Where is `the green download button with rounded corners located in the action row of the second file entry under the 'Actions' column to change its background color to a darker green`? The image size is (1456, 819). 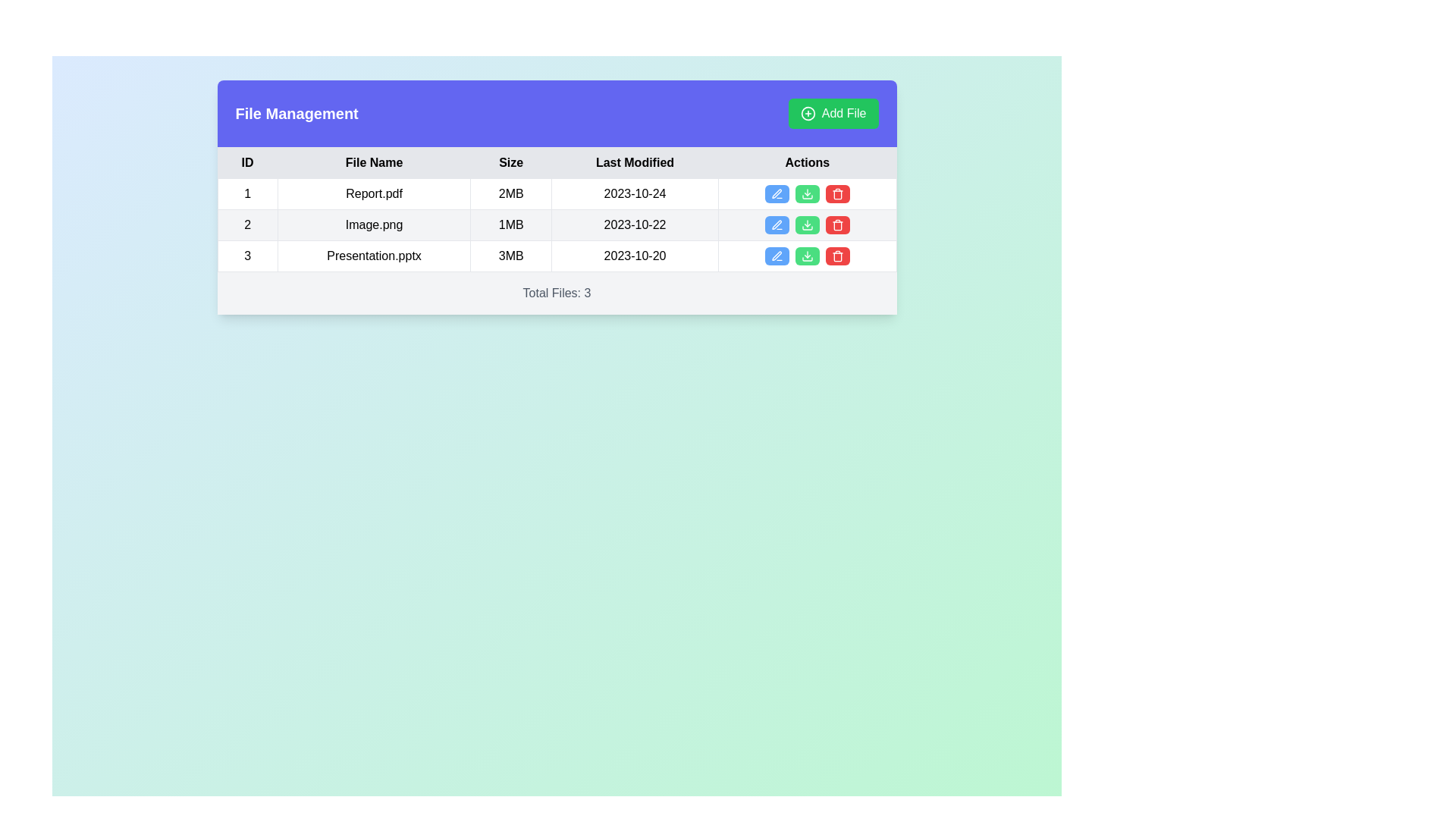
the green download button with rounded corners located in the action row of the second file entry under the 'Actions' column to change its background color to a darker green is located at coordinates (806, 225).